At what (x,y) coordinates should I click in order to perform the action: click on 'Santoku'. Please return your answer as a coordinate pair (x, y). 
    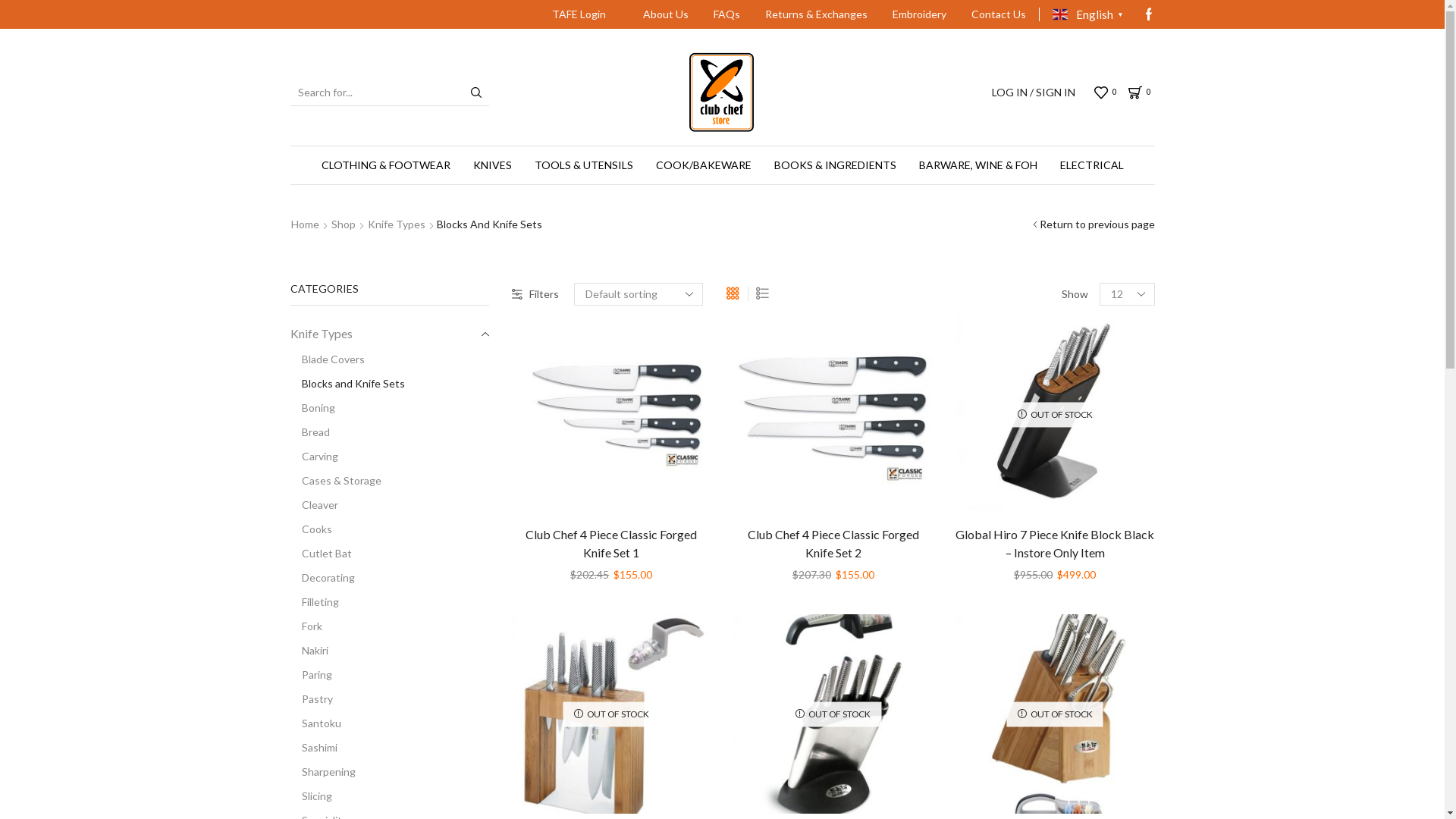
    Looking at the image, I should click on (314, 722).